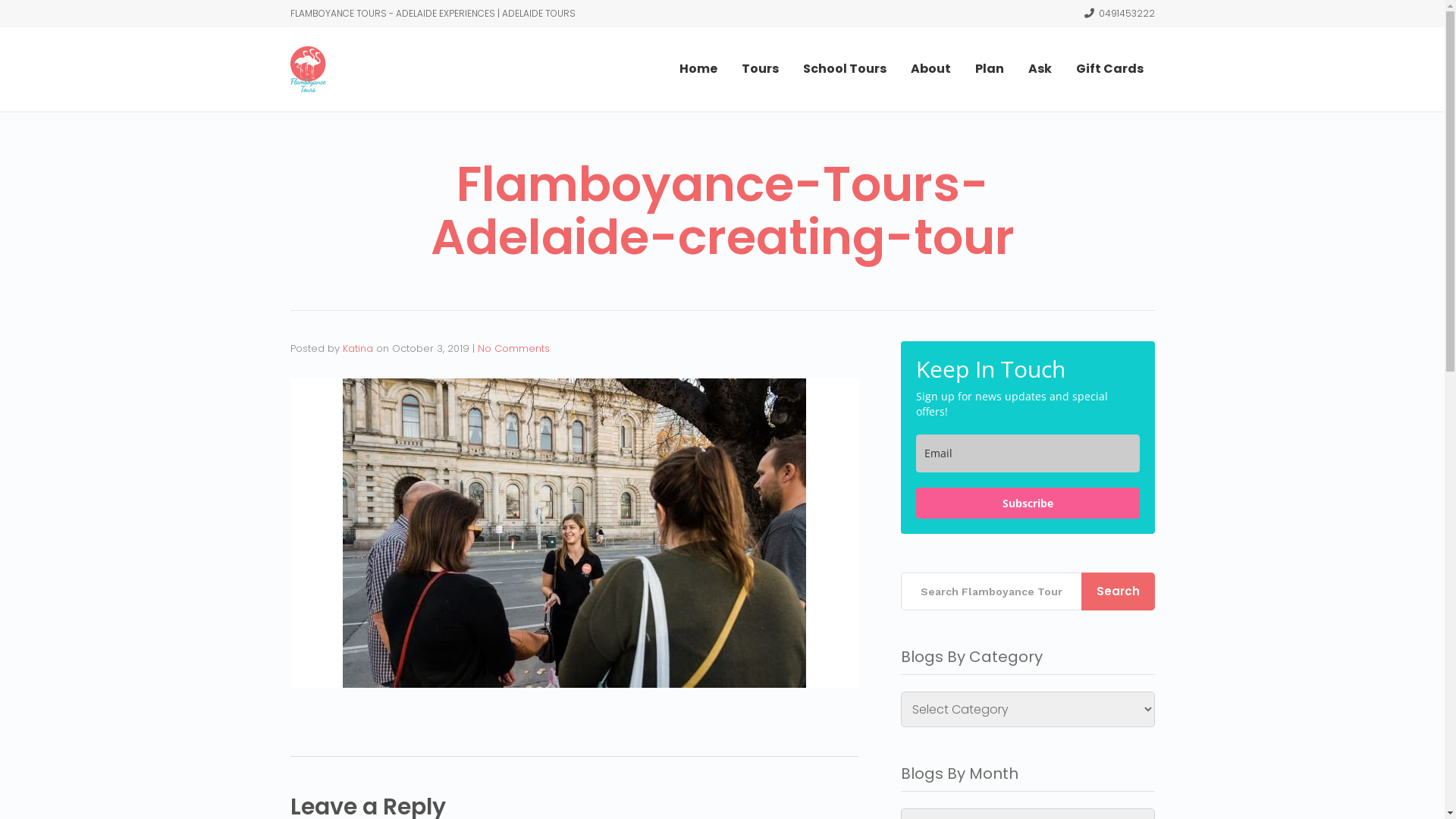 The image size is (1456, 819). What do you see at coordinates (698, 69) in the screenshot?
I see `'Home'` at bounding box center [698, 69].